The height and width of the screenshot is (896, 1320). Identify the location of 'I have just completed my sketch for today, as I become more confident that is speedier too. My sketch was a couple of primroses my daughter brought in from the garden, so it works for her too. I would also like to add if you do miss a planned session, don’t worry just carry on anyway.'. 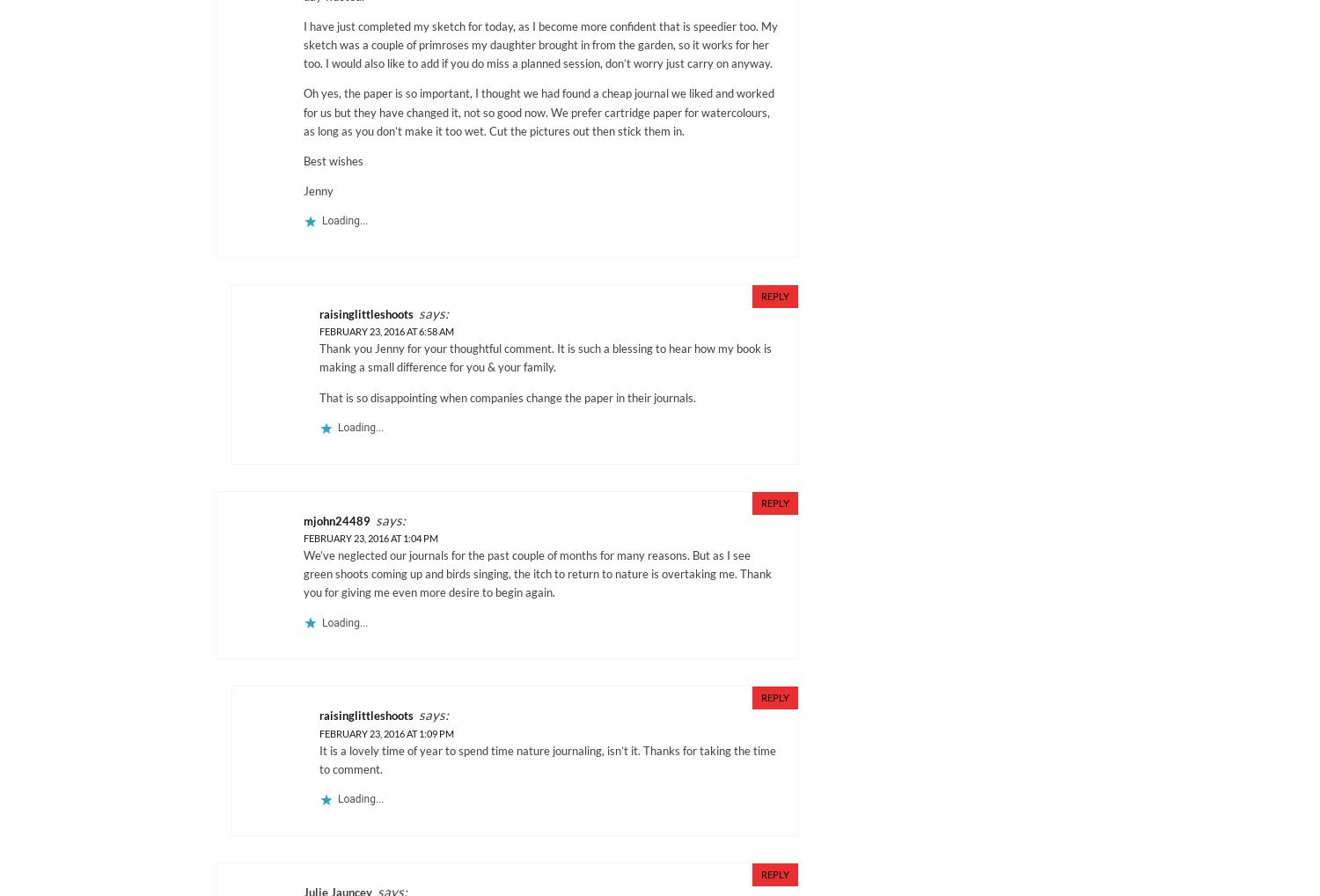
(303, 44).